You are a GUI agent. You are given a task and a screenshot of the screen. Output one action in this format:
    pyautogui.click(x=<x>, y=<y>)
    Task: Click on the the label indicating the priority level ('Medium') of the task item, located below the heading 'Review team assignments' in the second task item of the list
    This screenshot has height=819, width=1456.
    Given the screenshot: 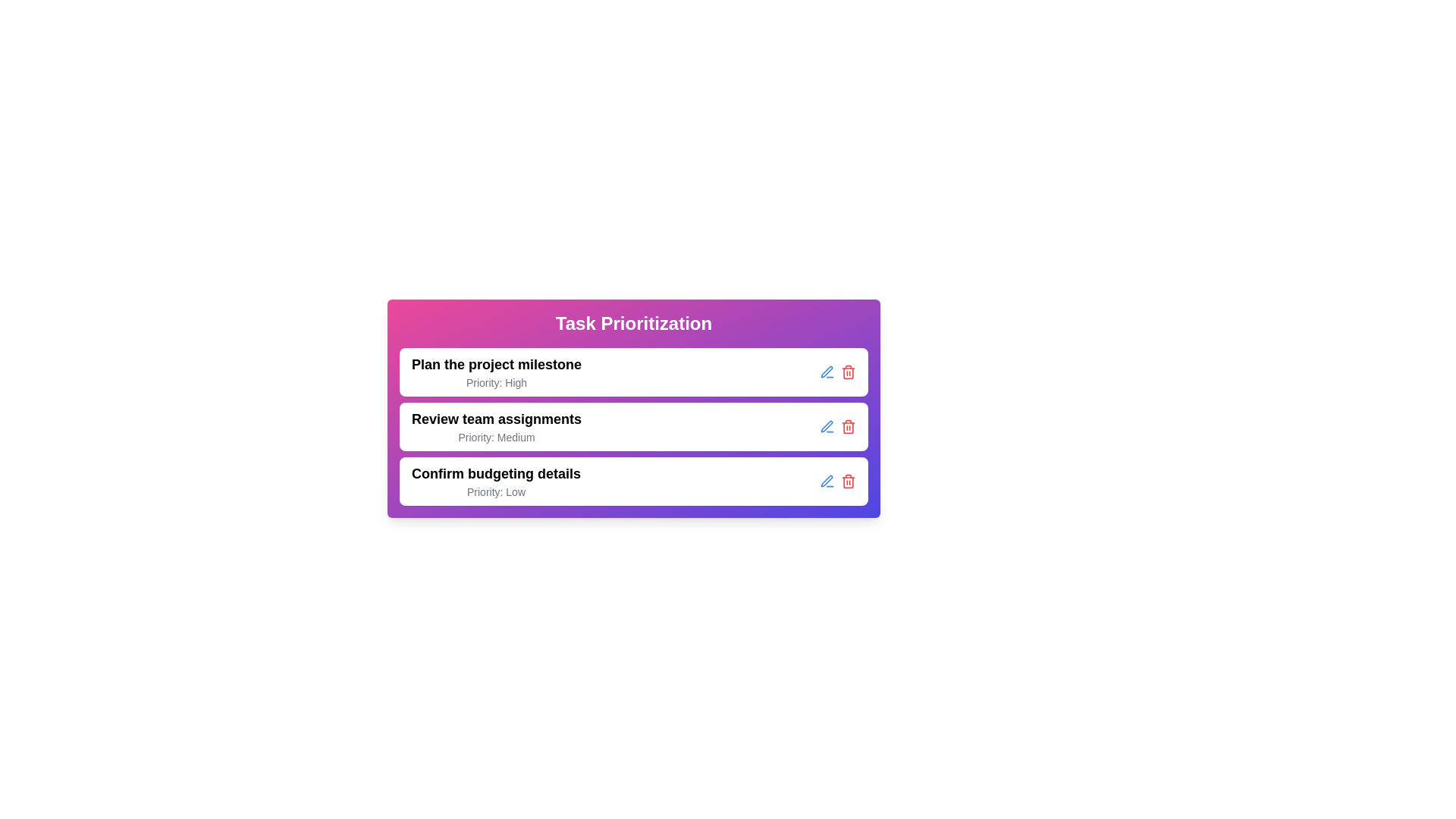 What is the action you would take?
    pyautogui.click(x=497, y=438)
    